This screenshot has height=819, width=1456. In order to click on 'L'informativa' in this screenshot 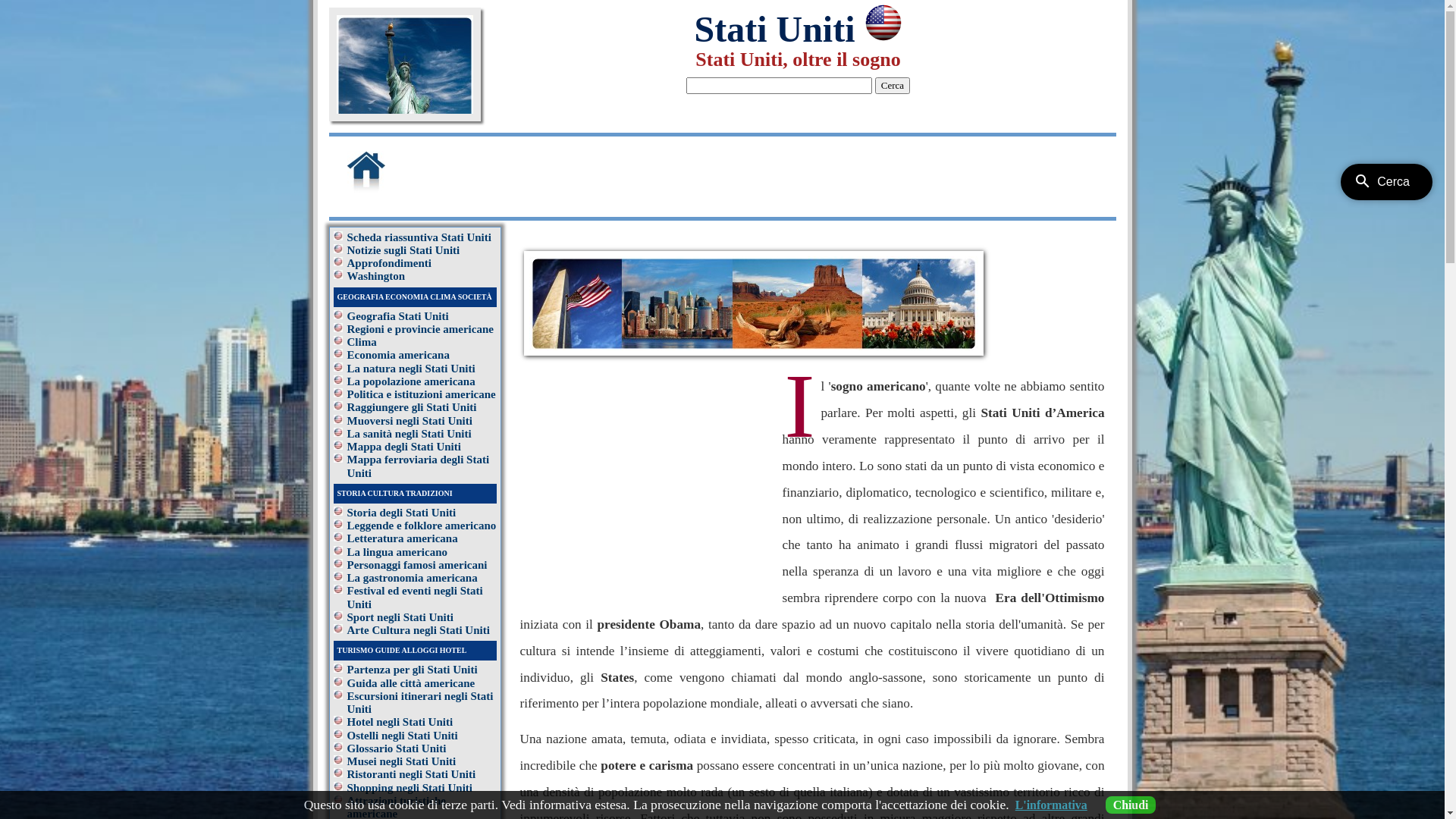, I will do `click(1050, 804)`.